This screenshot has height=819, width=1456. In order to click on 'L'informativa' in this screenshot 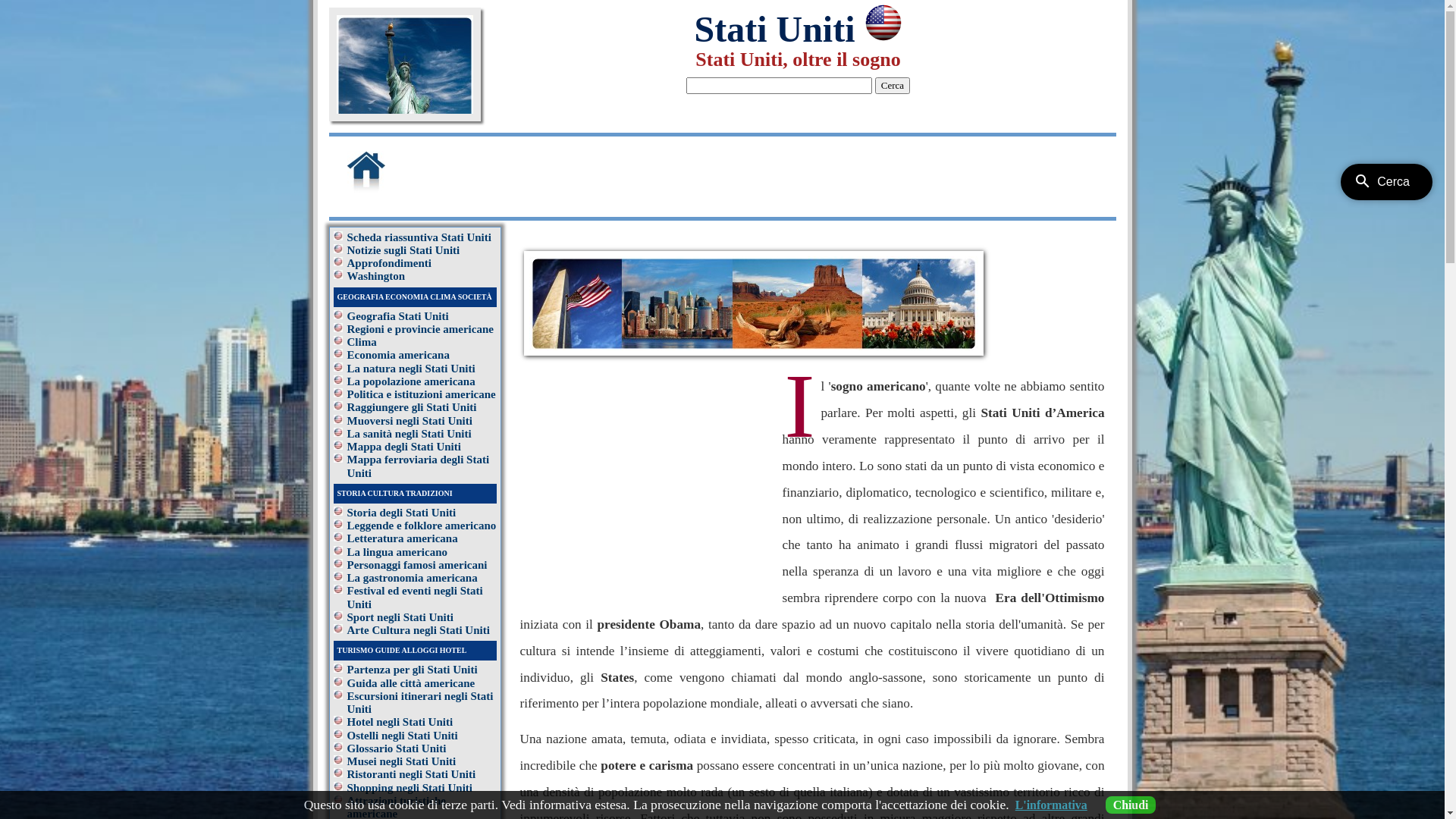, I will do `click(1050, 804)`.